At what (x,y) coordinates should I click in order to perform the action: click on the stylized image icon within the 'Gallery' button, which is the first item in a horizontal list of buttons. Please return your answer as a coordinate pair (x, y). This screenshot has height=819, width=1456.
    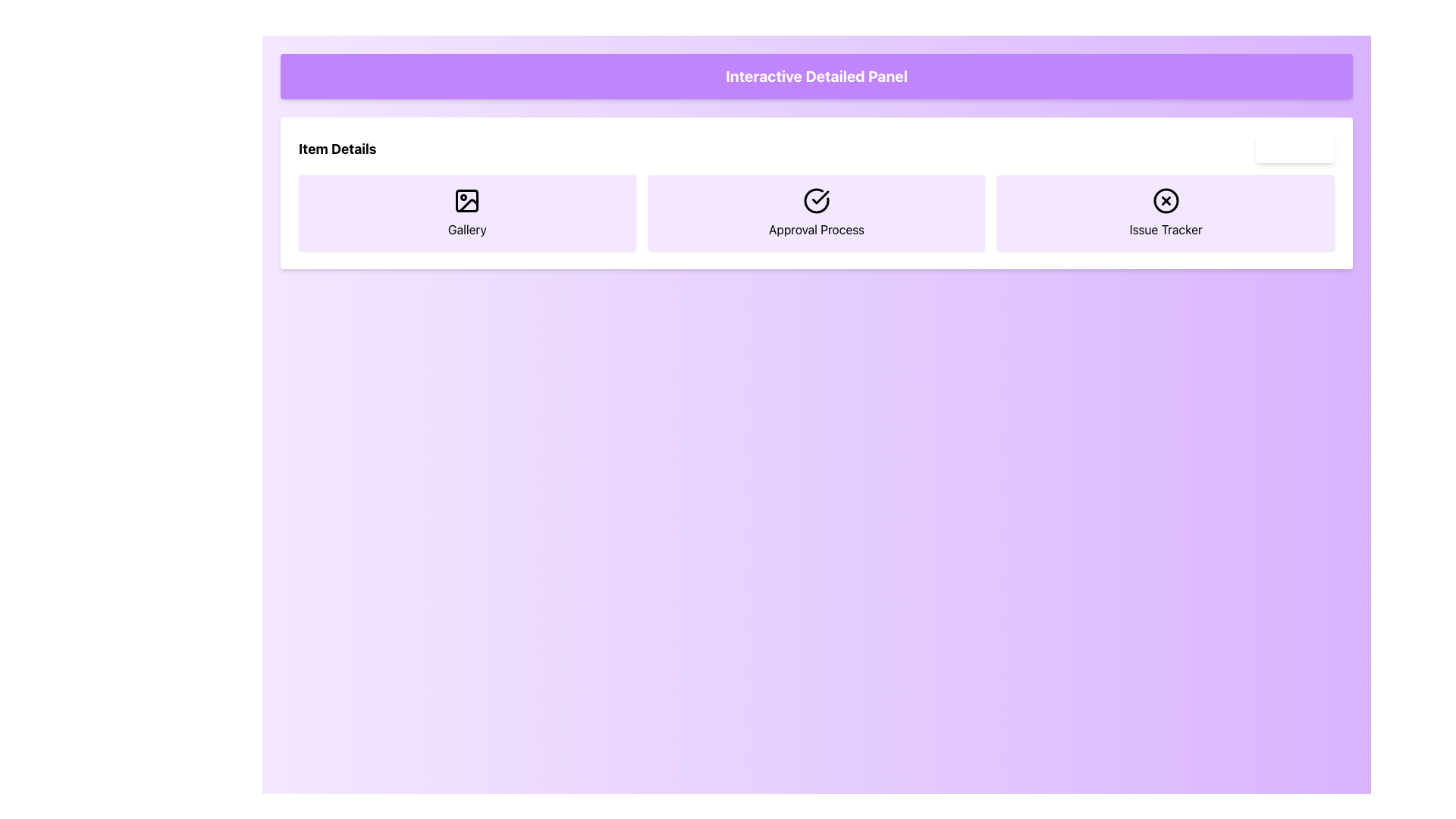
    Looking at the image, I should click on (468, 206).